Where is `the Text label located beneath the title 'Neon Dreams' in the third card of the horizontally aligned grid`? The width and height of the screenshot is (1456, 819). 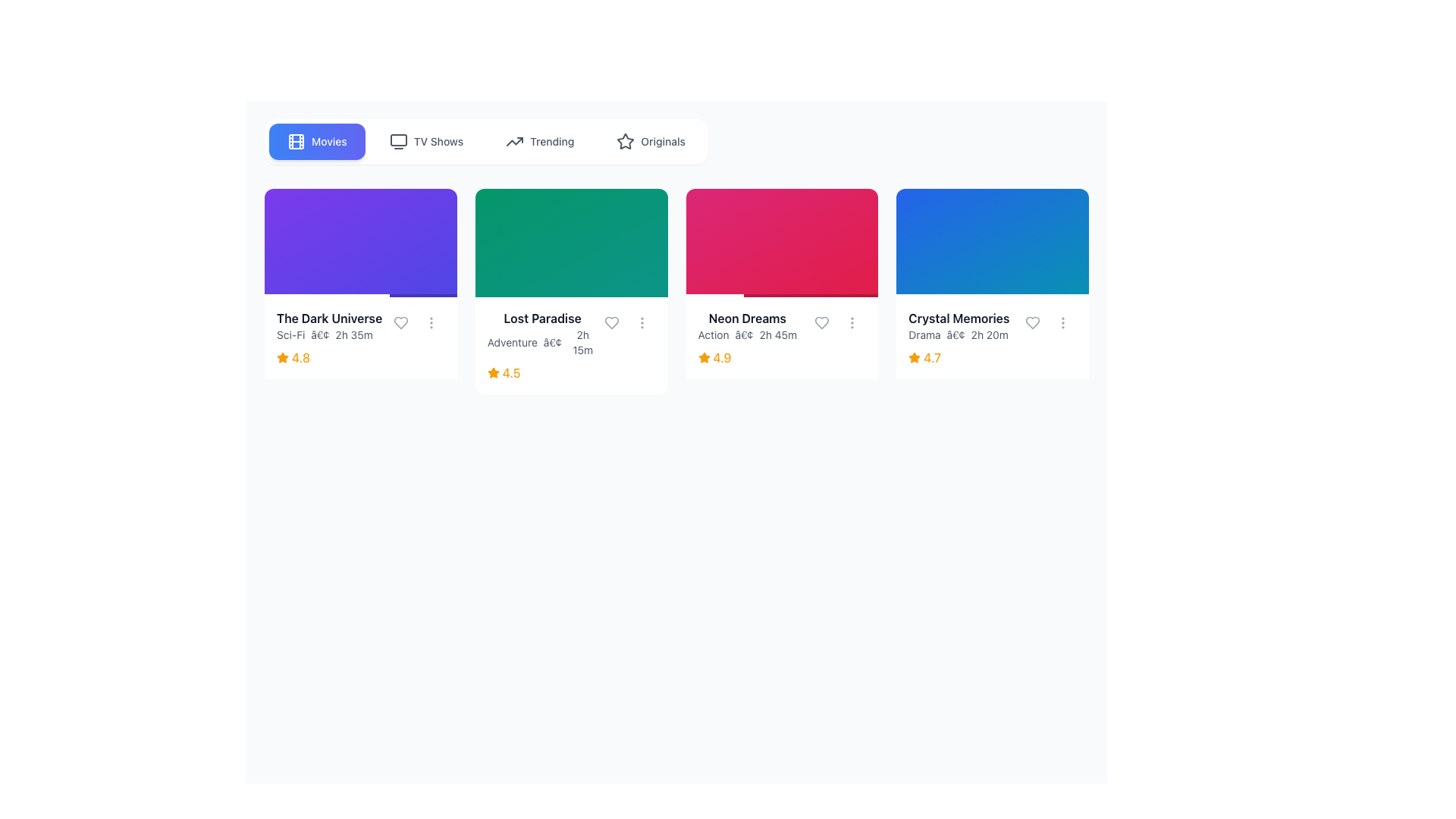 the Text label located beneath the title 'Neon Dreams' in the third card of the horizontally aligned grid is located at coordinates (747, 334).